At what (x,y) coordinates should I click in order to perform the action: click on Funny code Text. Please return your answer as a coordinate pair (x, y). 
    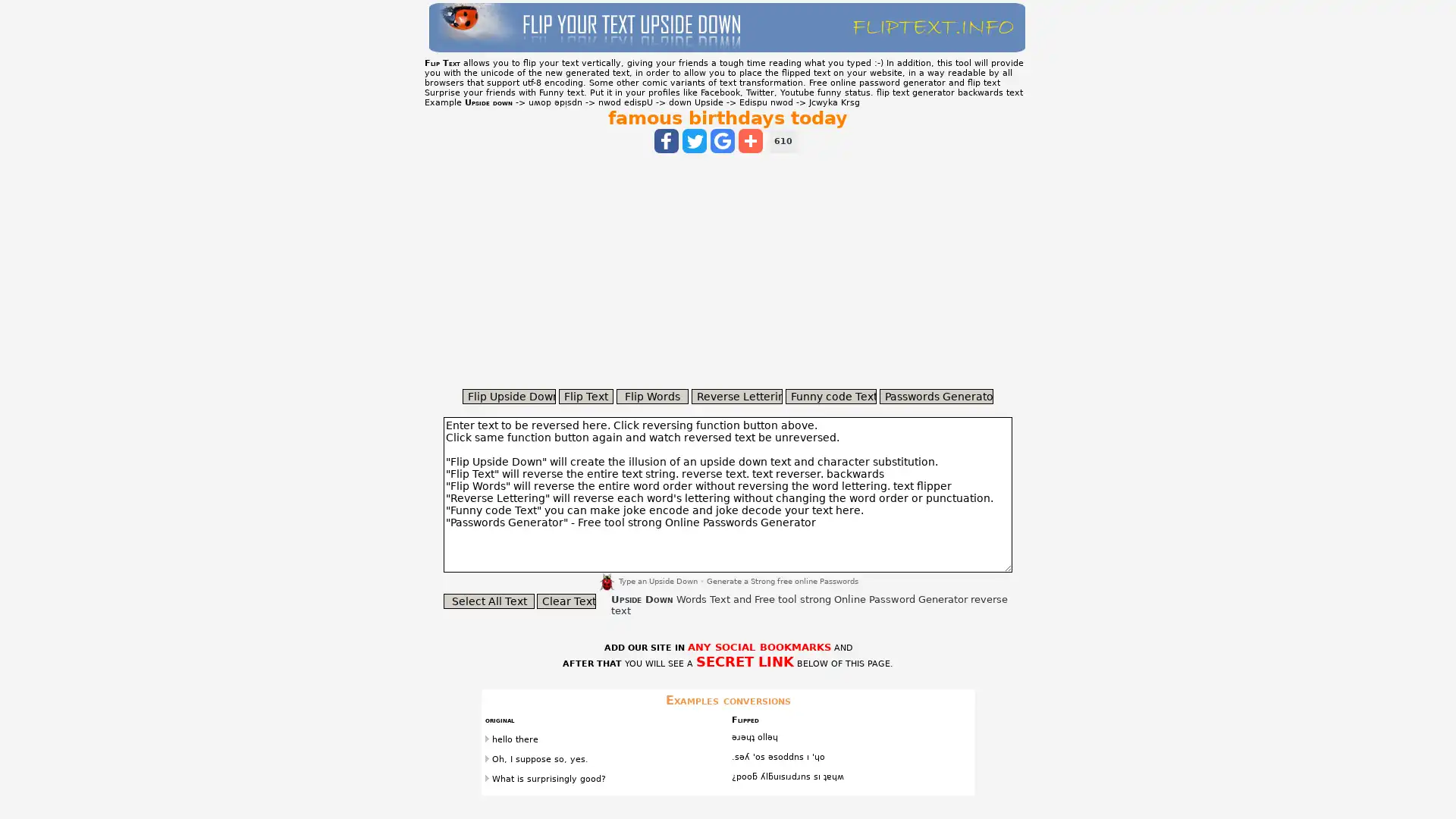
    Looking at the image, I should click on (830, 396).